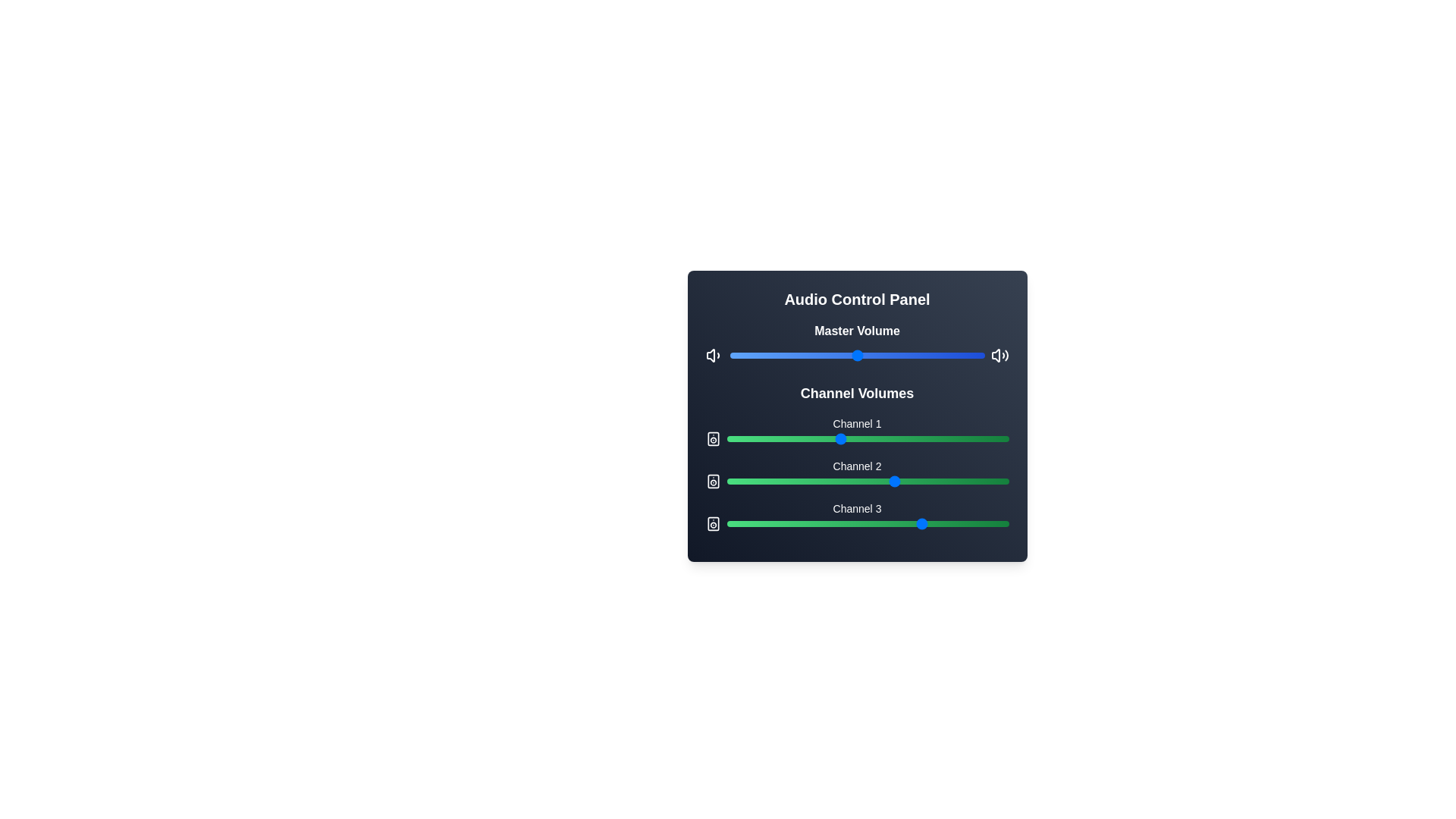 The width and height of the screenshot is (1456, 819). I want to click on the master volume, so click(852, 356).